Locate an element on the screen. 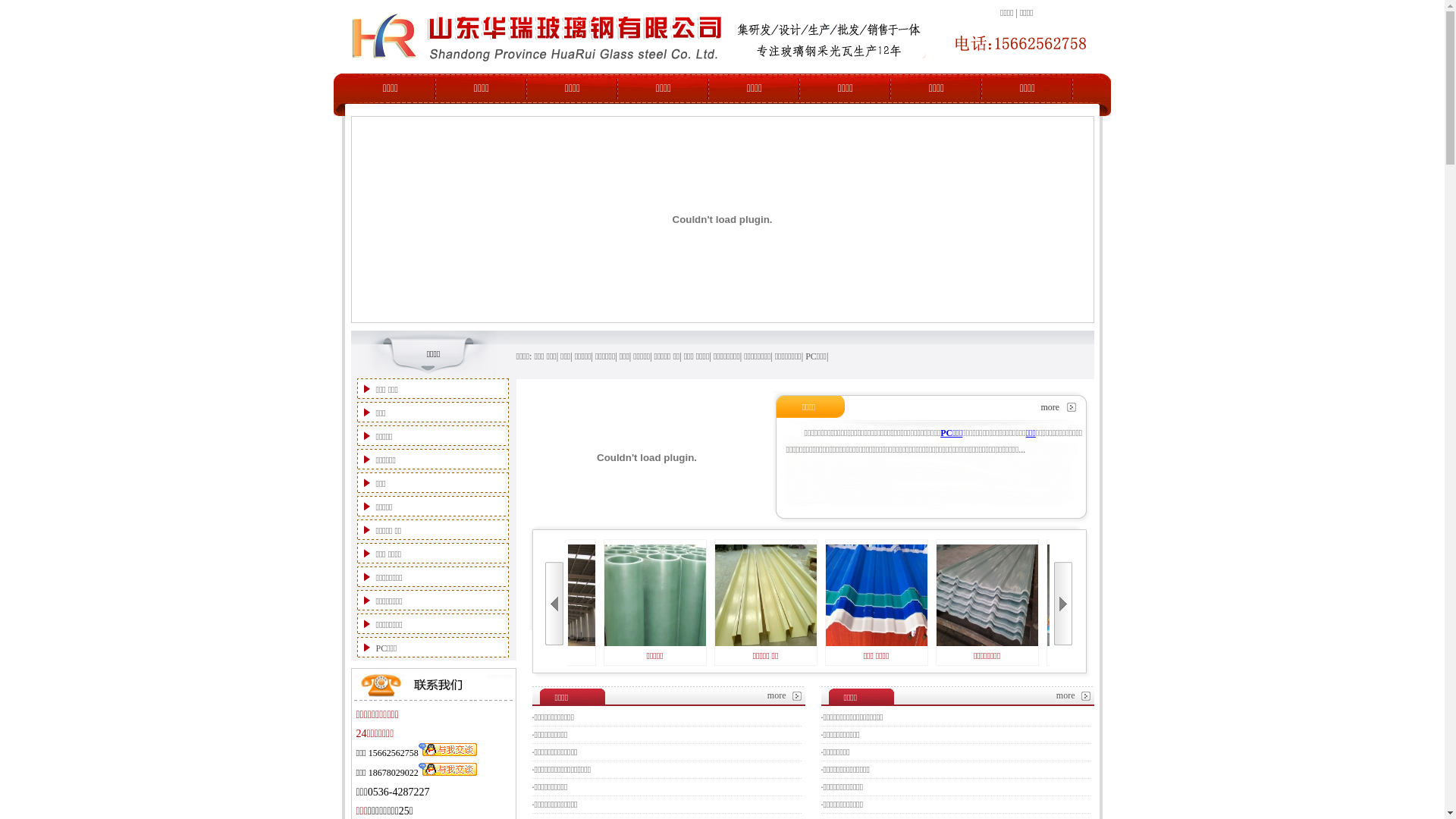 The height and width of the screenshot is (819, 1456). 'more' is located at coordinates (777, 695).